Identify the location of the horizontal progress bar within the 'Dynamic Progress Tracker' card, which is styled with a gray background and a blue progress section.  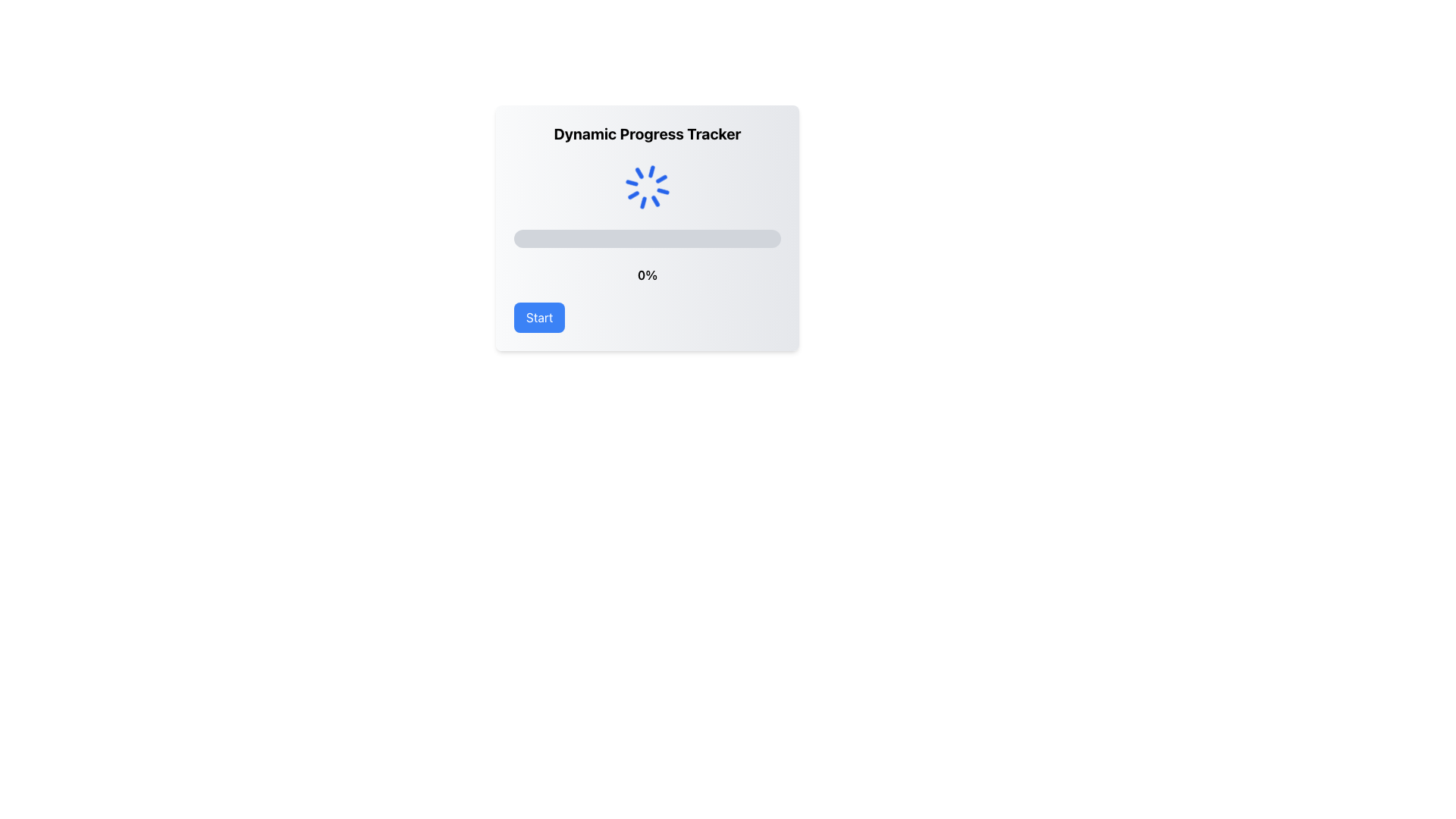
(648, 239).